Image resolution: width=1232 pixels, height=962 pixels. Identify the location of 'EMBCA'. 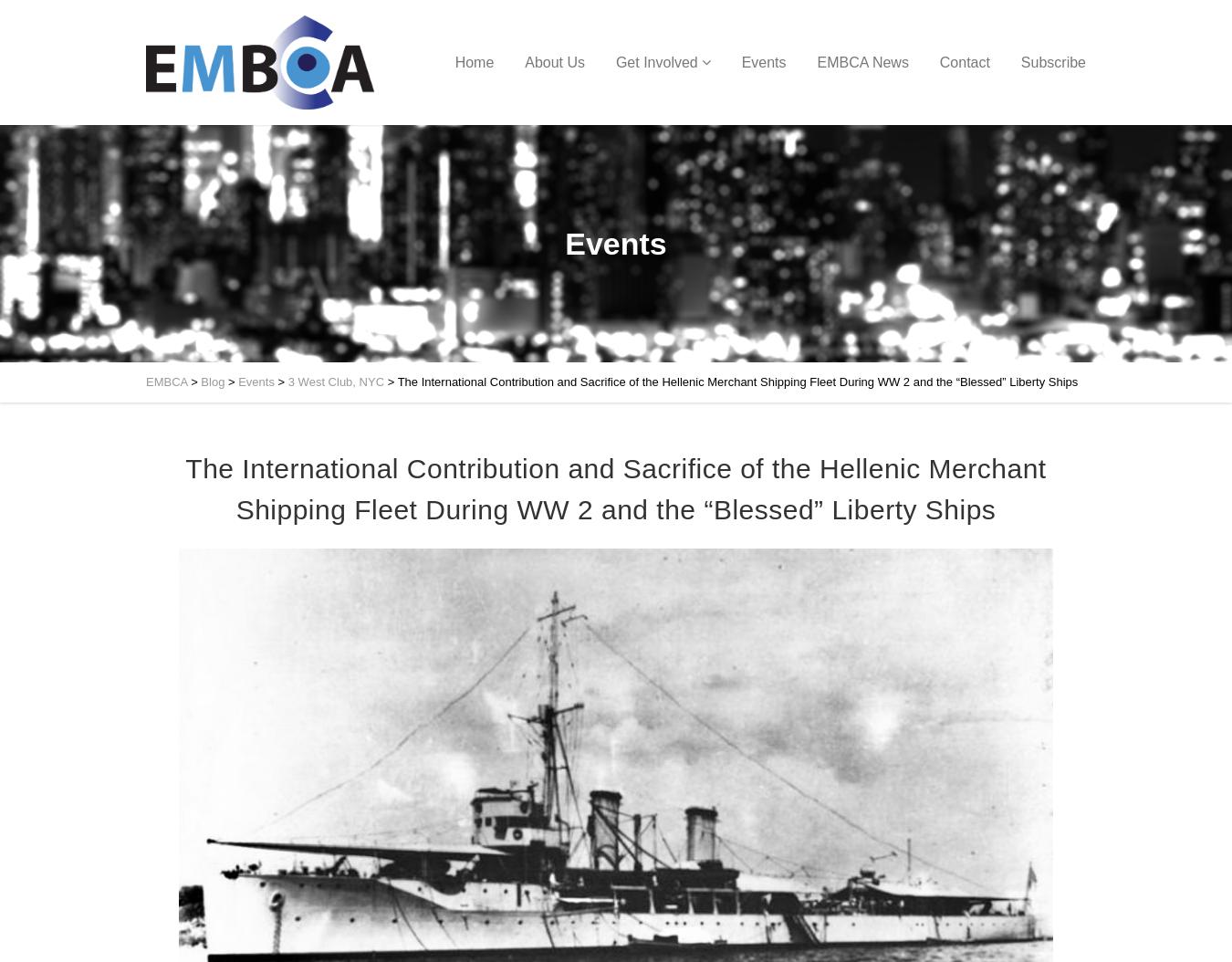
(166, 381).